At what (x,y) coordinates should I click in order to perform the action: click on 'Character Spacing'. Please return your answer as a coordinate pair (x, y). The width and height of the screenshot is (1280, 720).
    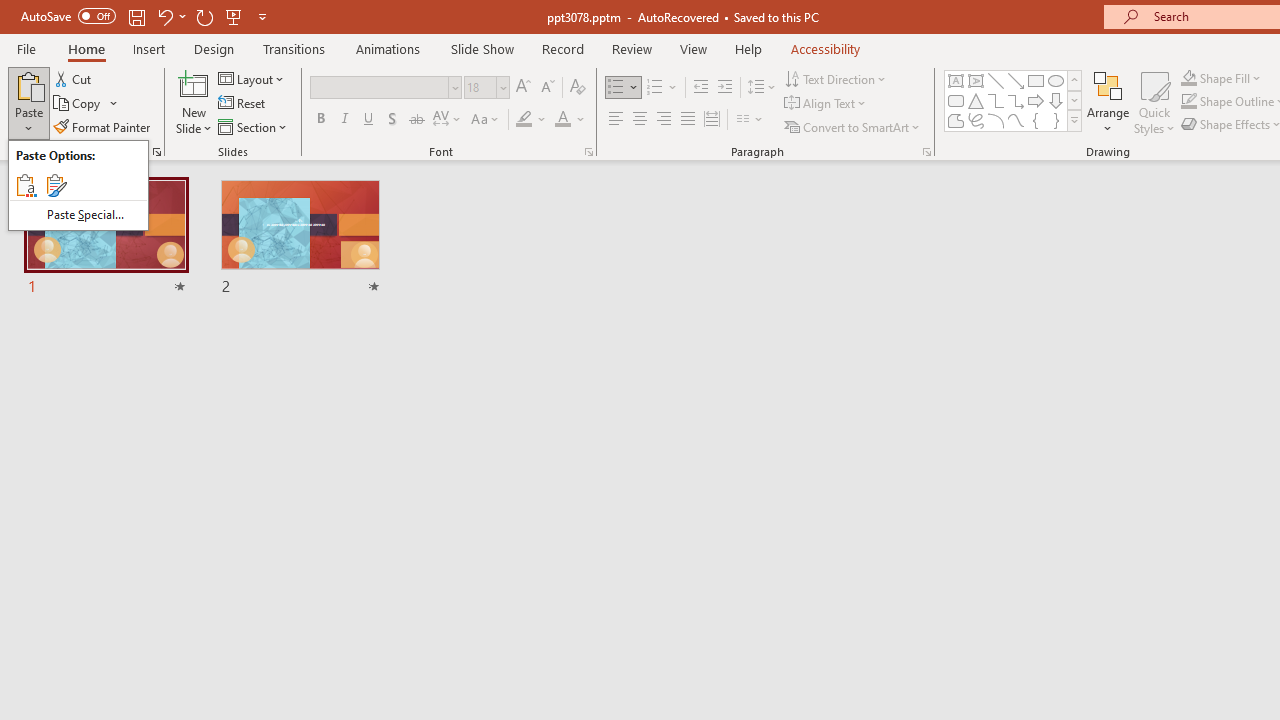
    Looking at the image, I should click on (447, 119).